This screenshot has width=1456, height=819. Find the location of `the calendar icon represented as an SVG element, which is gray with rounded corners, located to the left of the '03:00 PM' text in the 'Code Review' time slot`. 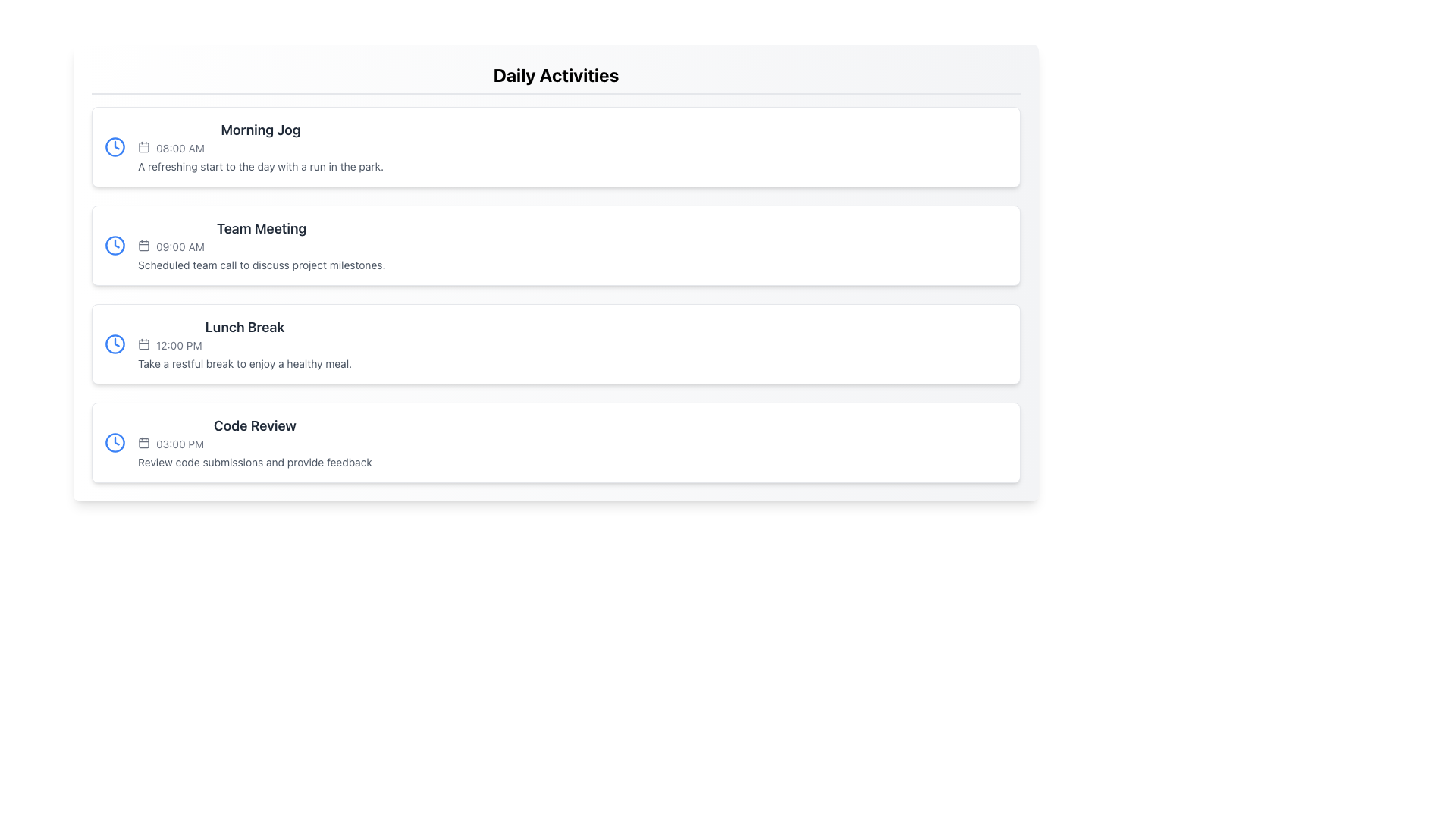

the calendar icon represented as an SVG element, which is gray with rounded corners, located to the left of the '03:00 PM' text in the 'Code Review' time slot is located at coordinates (144, 442).